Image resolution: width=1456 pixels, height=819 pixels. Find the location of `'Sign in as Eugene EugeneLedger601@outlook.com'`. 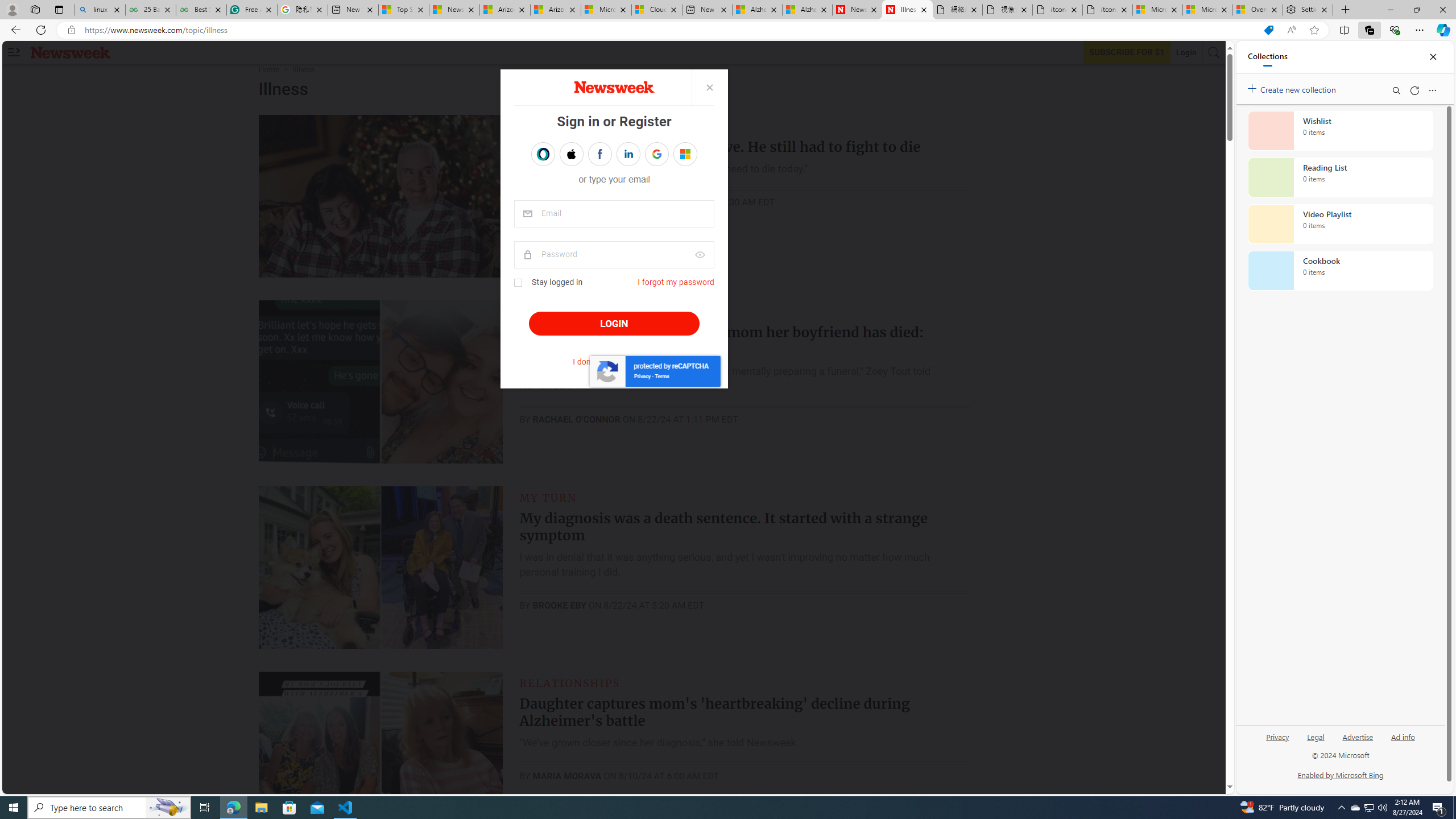

'Sign in as Eugene EugeneLedger601@outlook.com' is located at coordinates (684, 154).